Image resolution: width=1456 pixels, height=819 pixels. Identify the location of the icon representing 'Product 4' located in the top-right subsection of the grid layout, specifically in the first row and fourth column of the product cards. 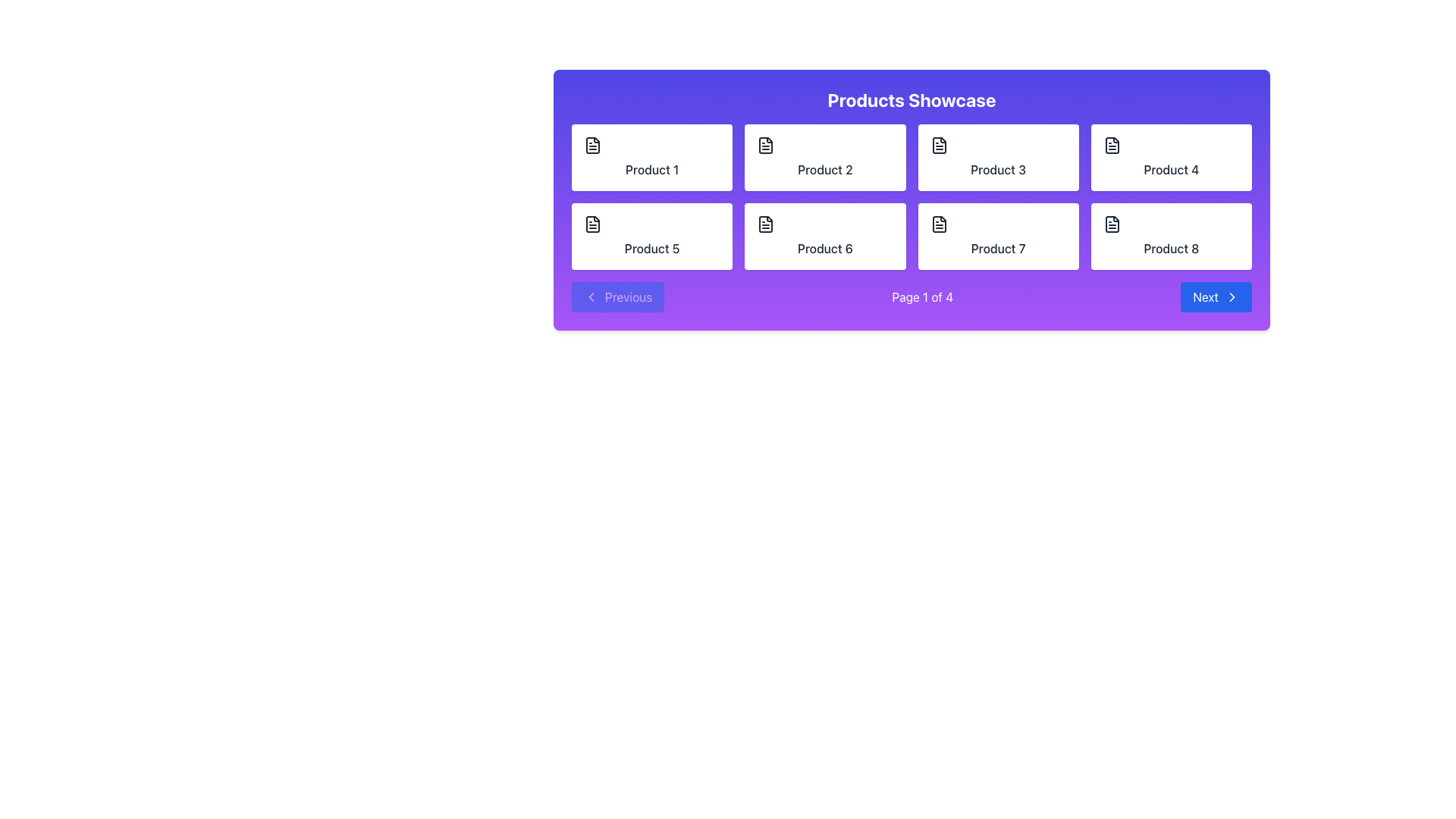
(1112, 146).